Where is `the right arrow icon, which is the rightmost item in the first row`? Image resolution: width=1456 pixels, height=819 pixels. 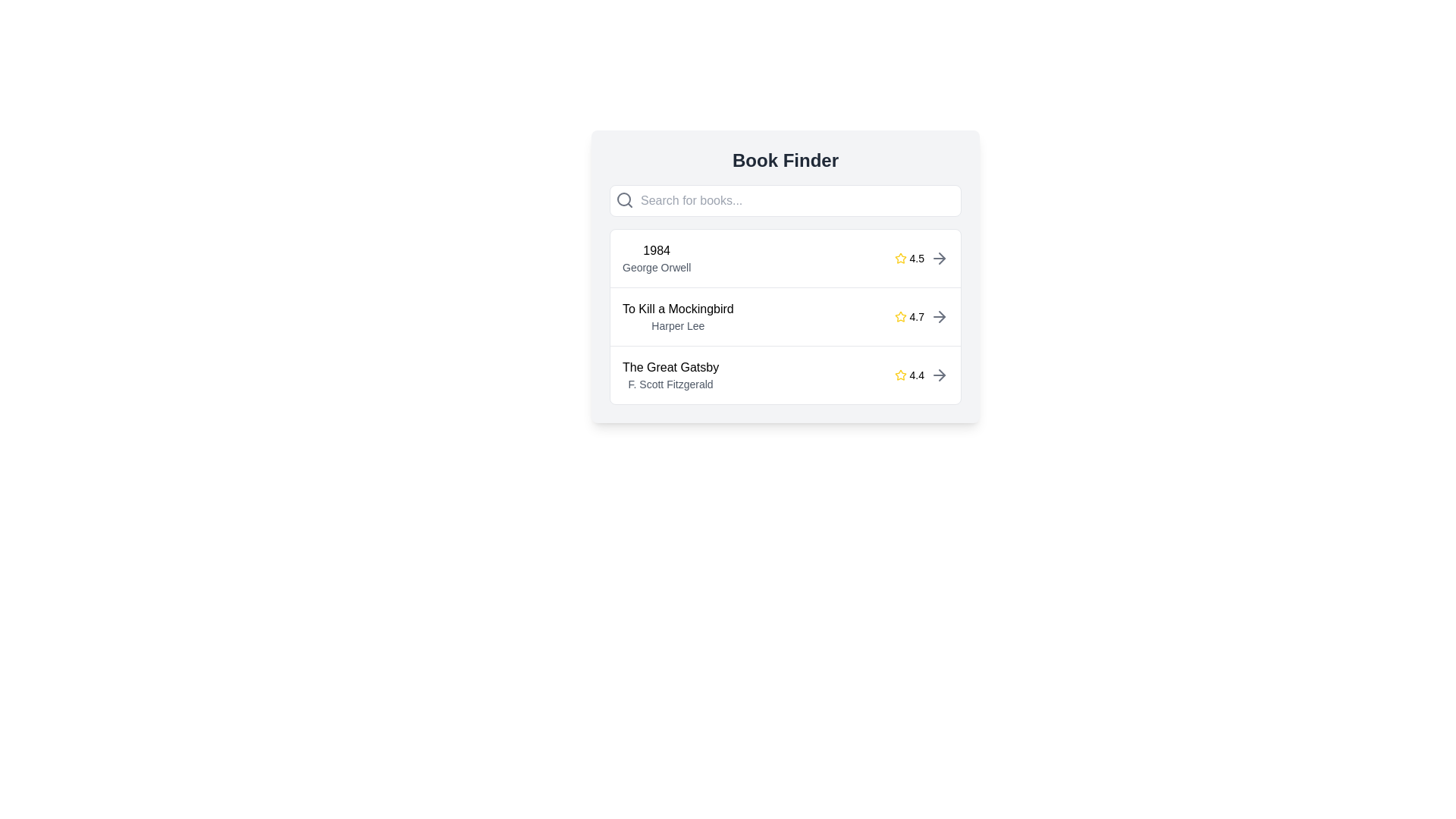
the right arrow icon, which is the rightmost item in the first row is located at coordinates (938, 257).